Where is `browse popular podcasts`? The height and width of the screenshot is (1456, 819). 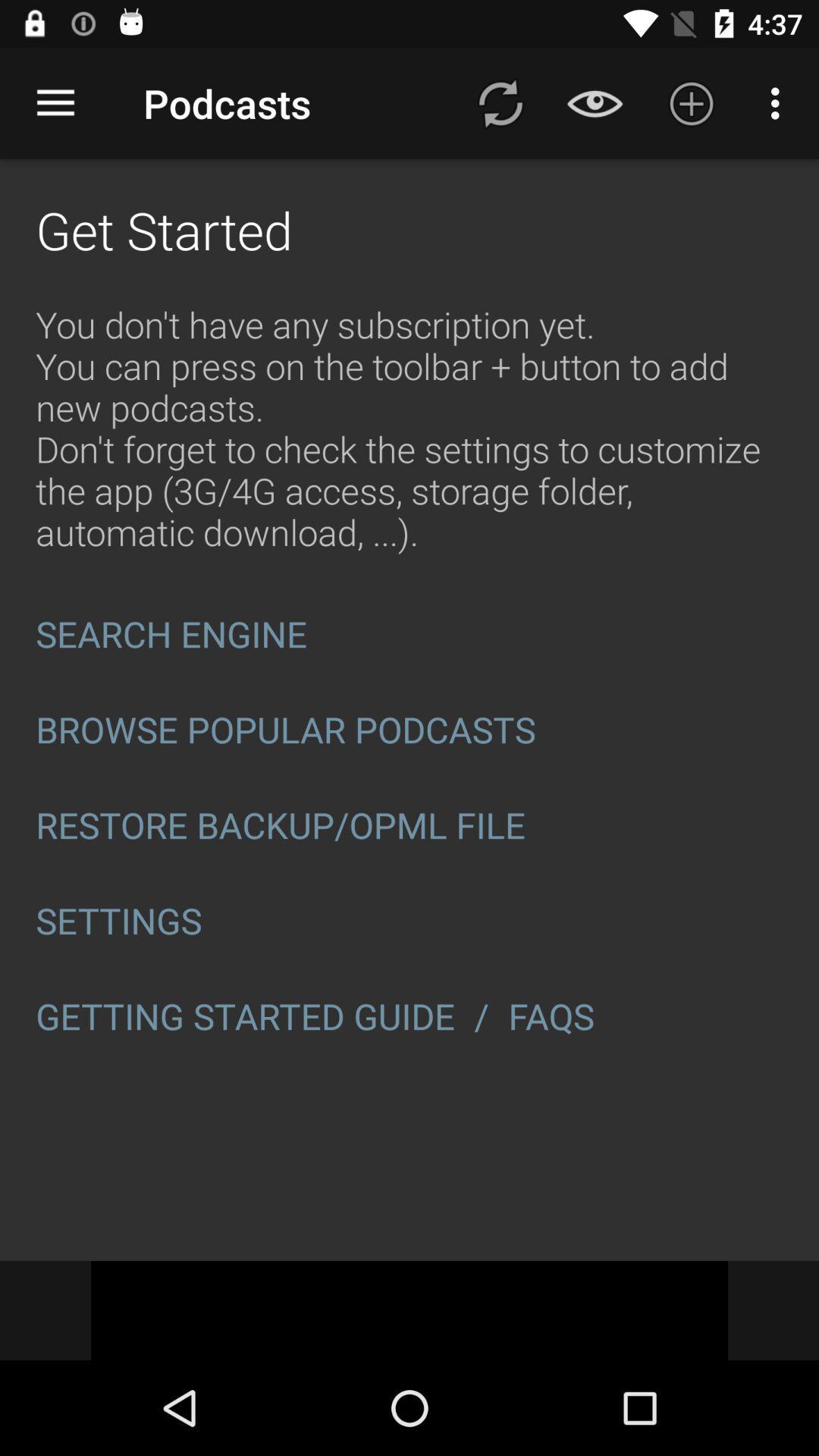
browse popular podcasts is located at coordinates (409, 730).